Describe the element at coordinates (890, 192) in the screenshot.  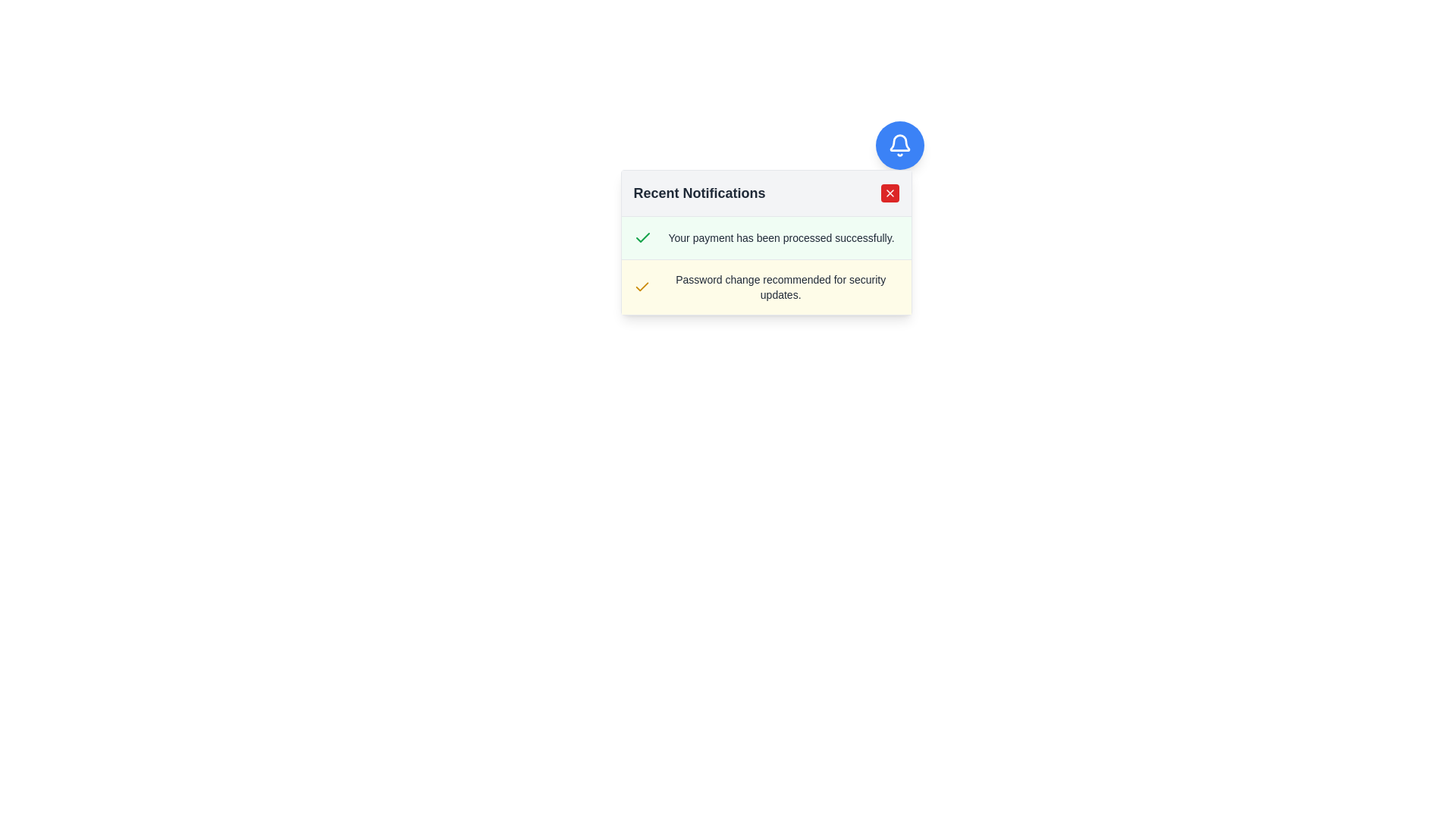
I see `the close button located in the top-right corner of the 'Recent Notifications' header section` at that location.